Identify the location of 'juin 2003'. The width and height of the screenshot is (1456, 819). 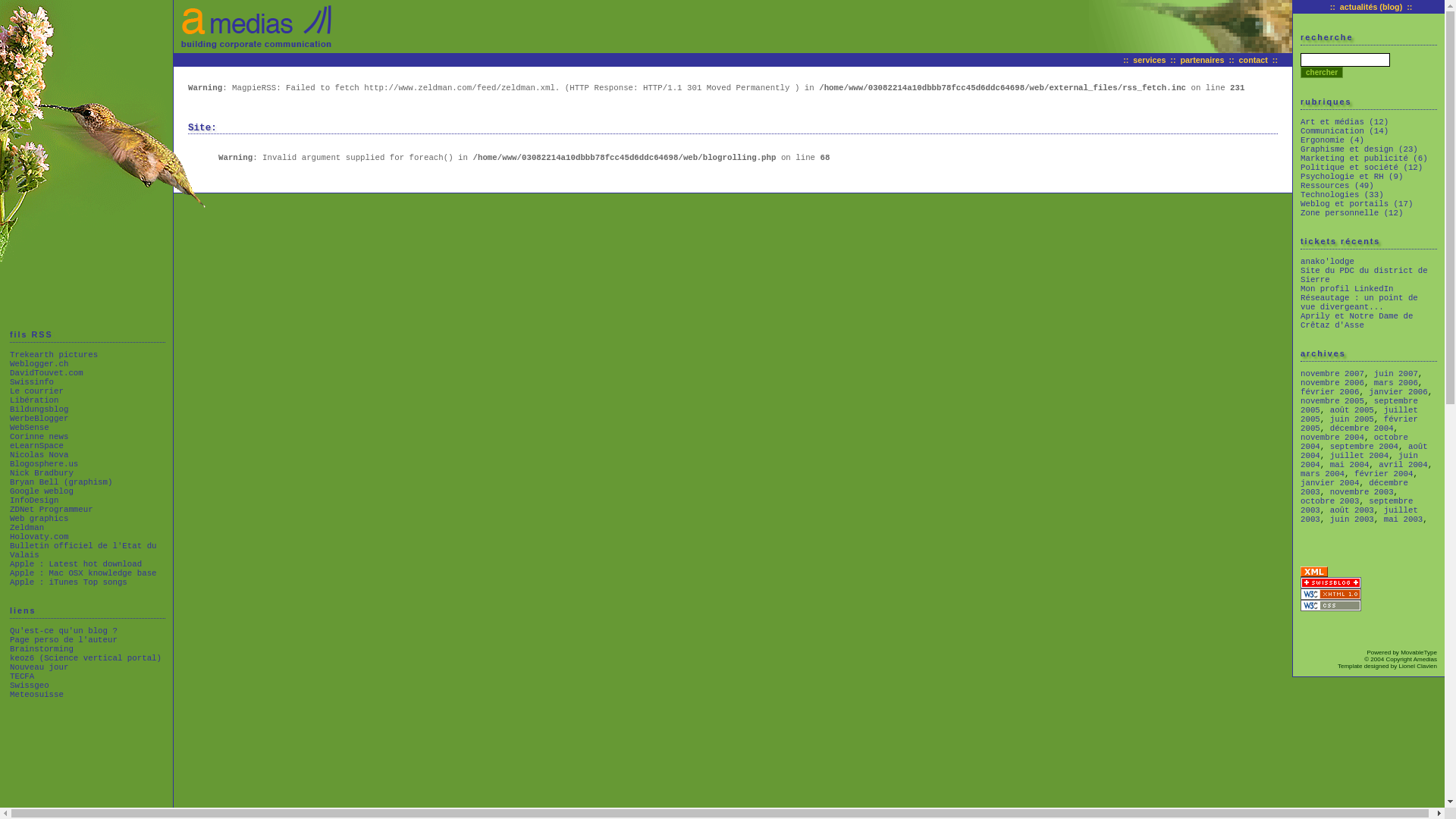
(1329, 519).